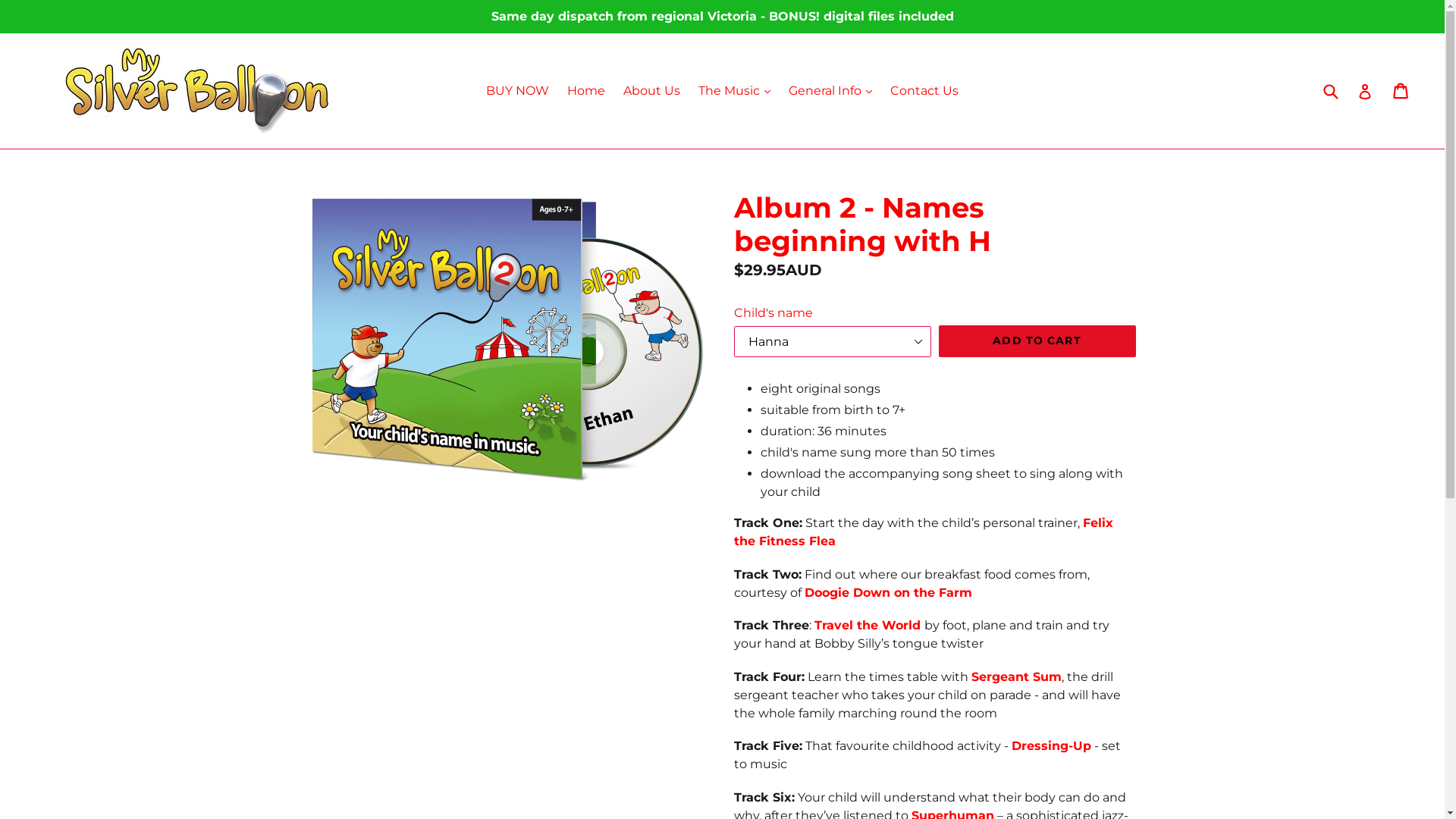 The image size is (1456, 819). What do you see at coordinates (517, 90) in the screenshot?
I see `'BUY NOW'` at bounding box center [517, 90].